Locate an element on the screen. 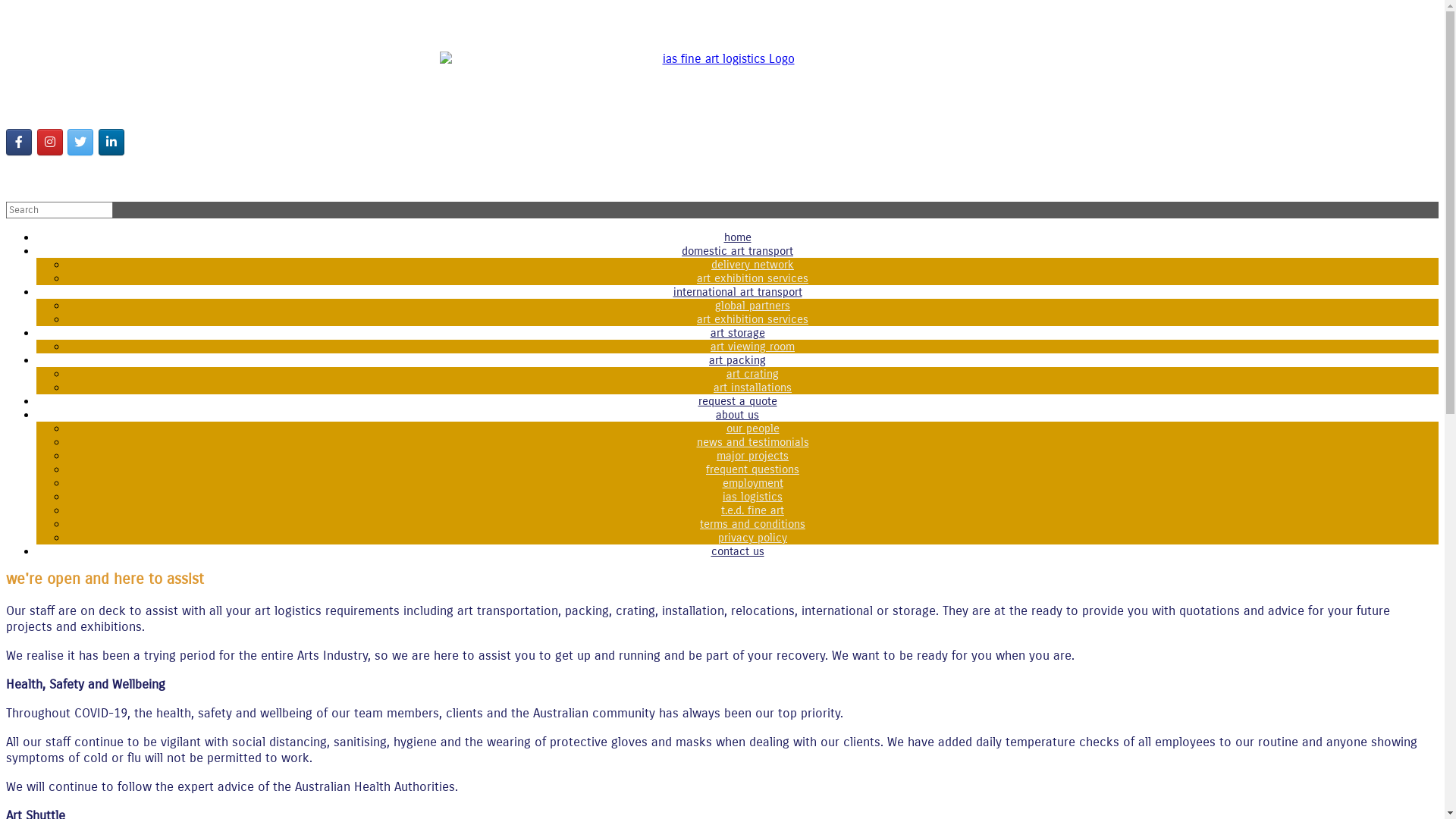 The height and width of the screenshot is (819, 1456). 'ias fine art logistics on Instagram' is located at coordinates (50, 142).